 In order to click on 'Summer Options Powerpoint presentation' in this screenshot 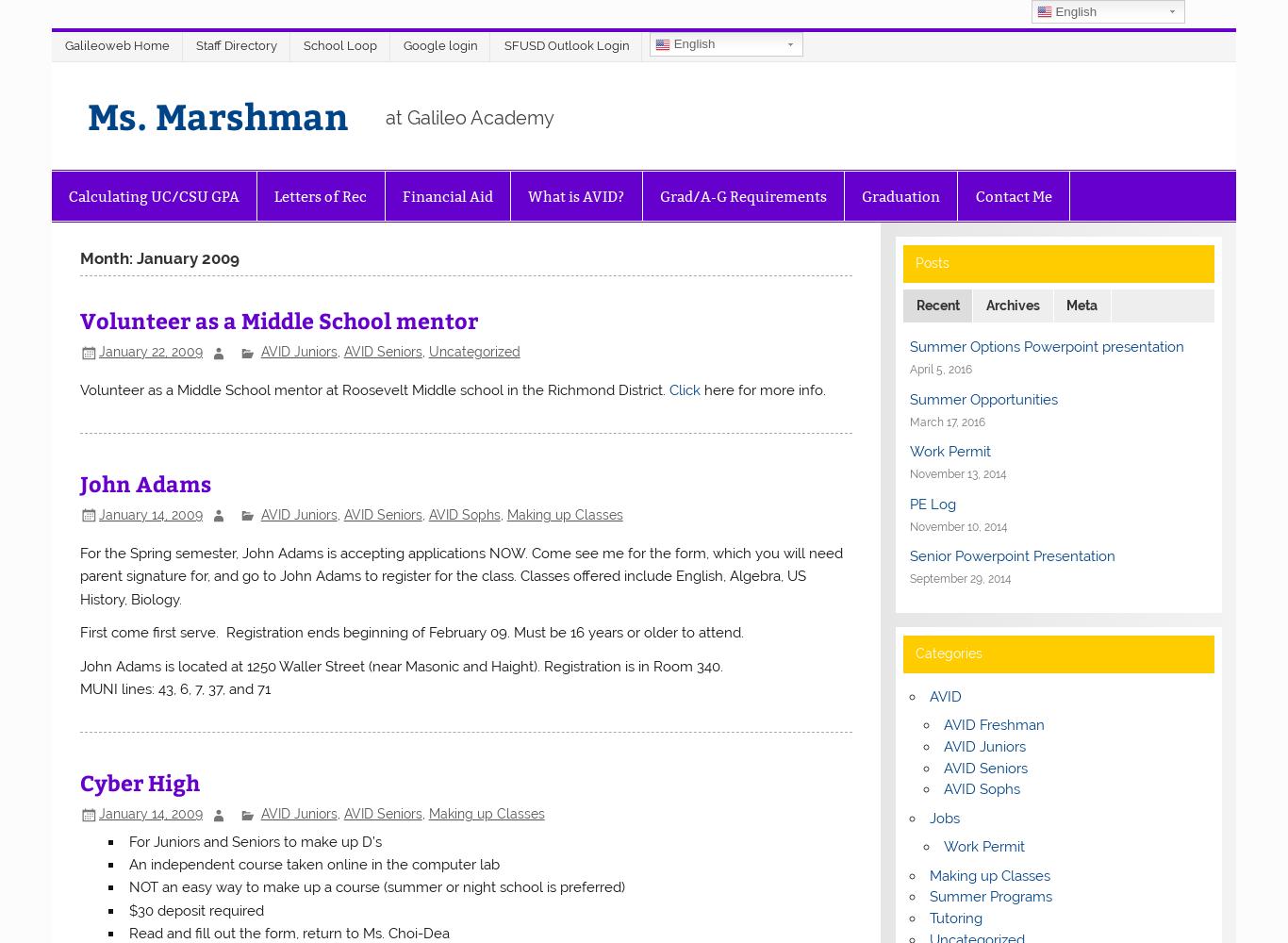, I will do `click(1045, 345)`.